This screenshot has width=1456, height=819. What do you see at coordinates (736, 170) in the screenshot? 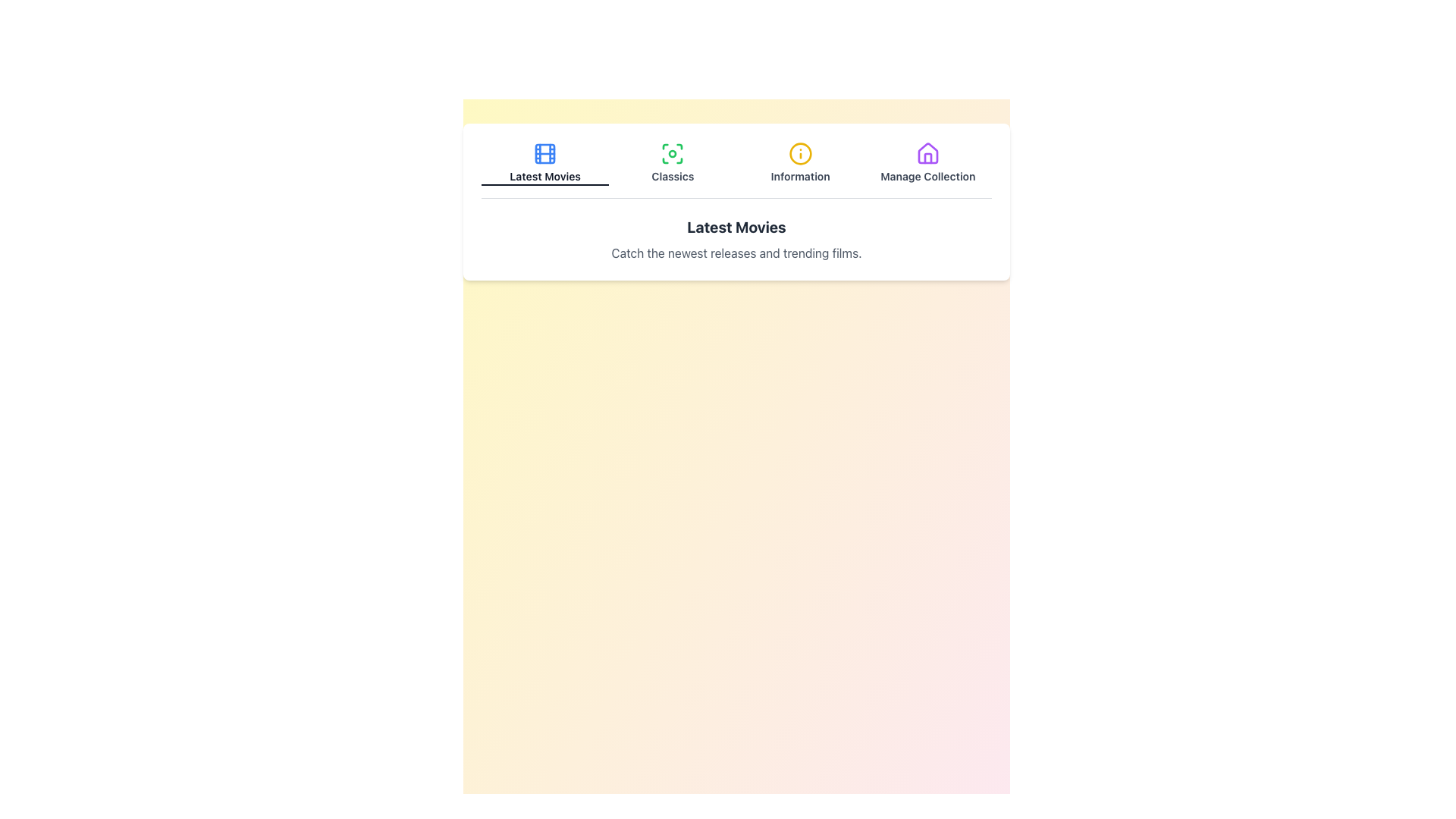
I see `the Navigation menu for accessibility navigation, specifically targeting one of its menu items` at bounding box center [736, 170].